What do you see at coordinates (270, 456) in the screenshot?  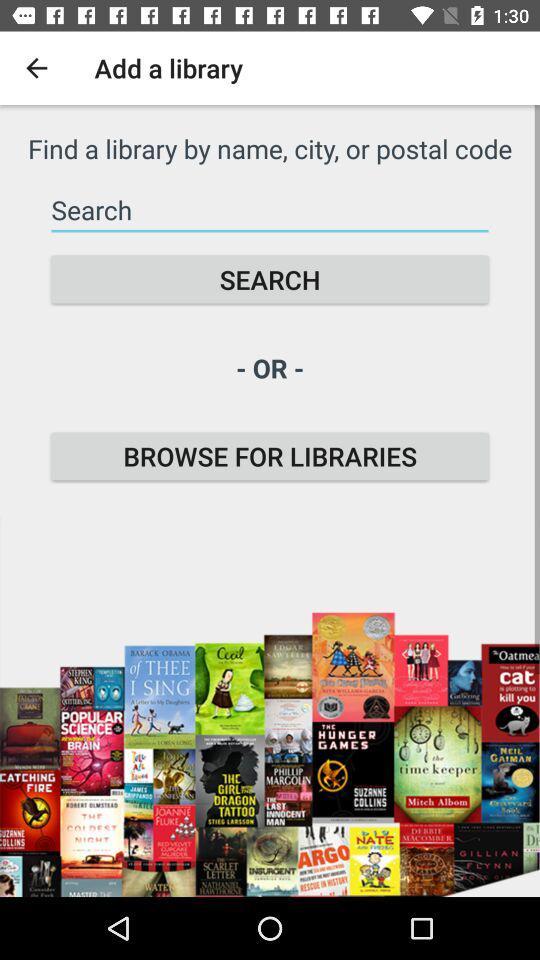 I see `item below - or - icon` at bounding box center [270, 456].